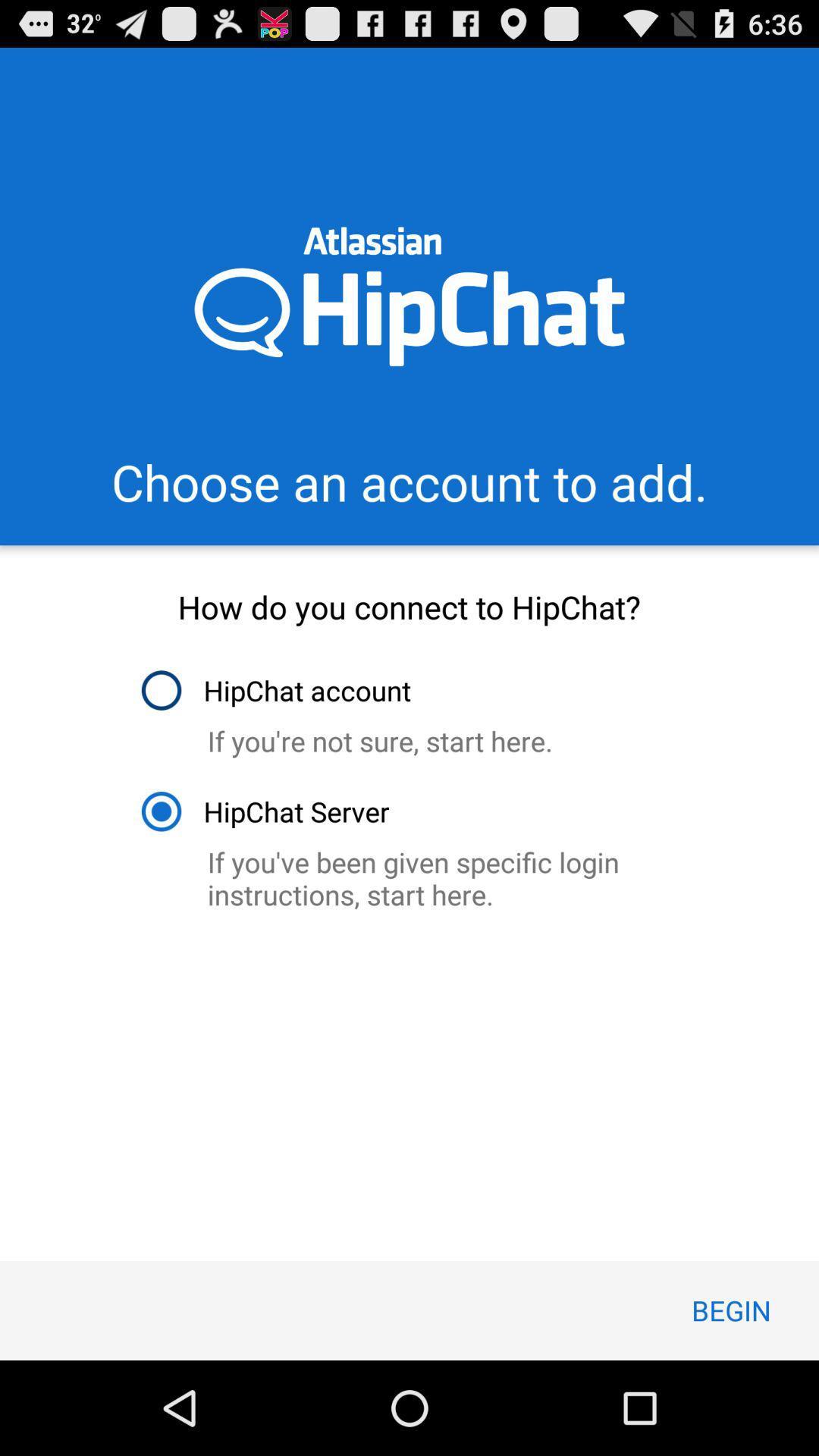  I want to click on icon below the if you ve item, so click(730, 1310).